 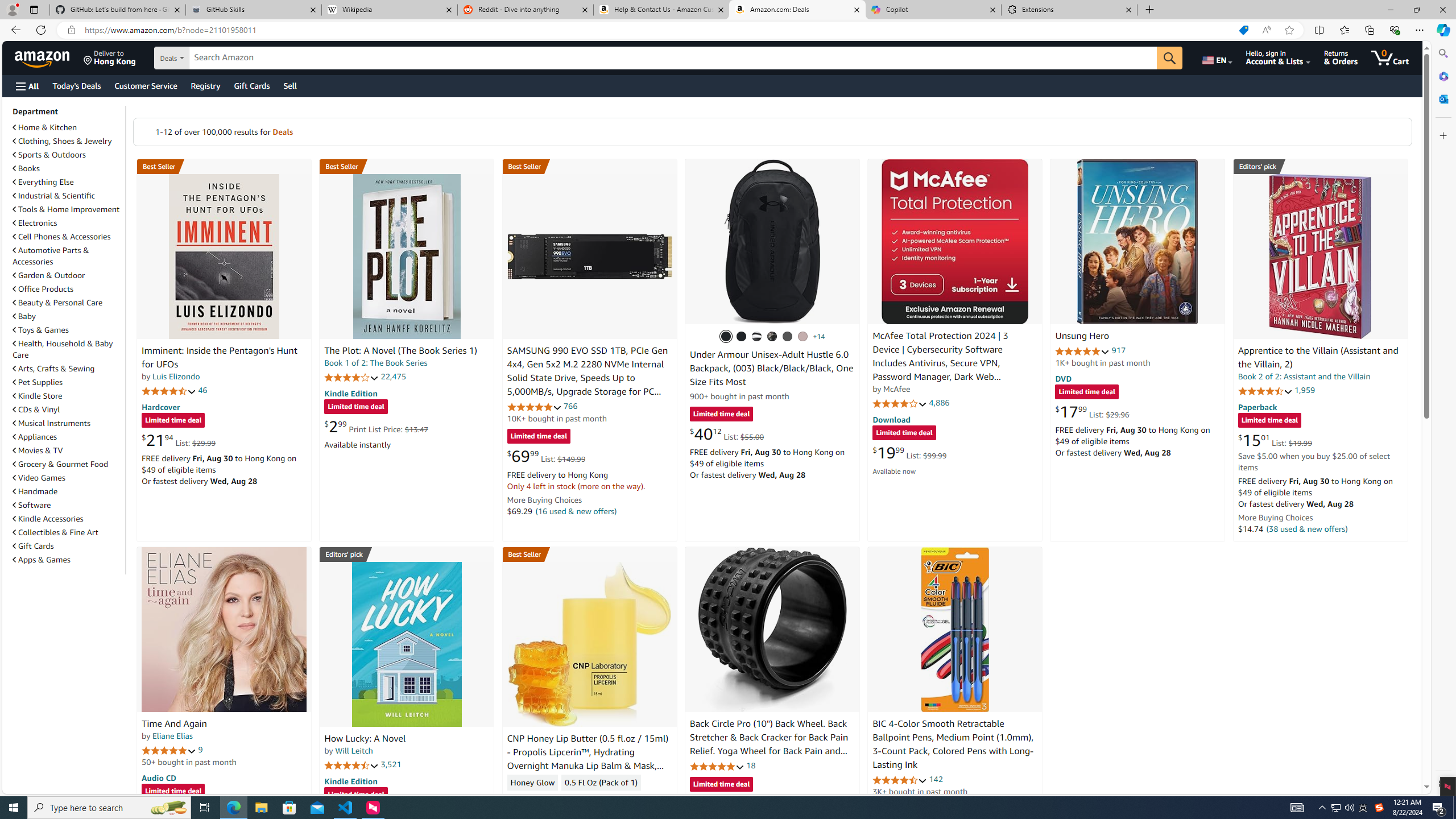 I want to click on 'Industrial & Scientific', so click(x=67, y=196).